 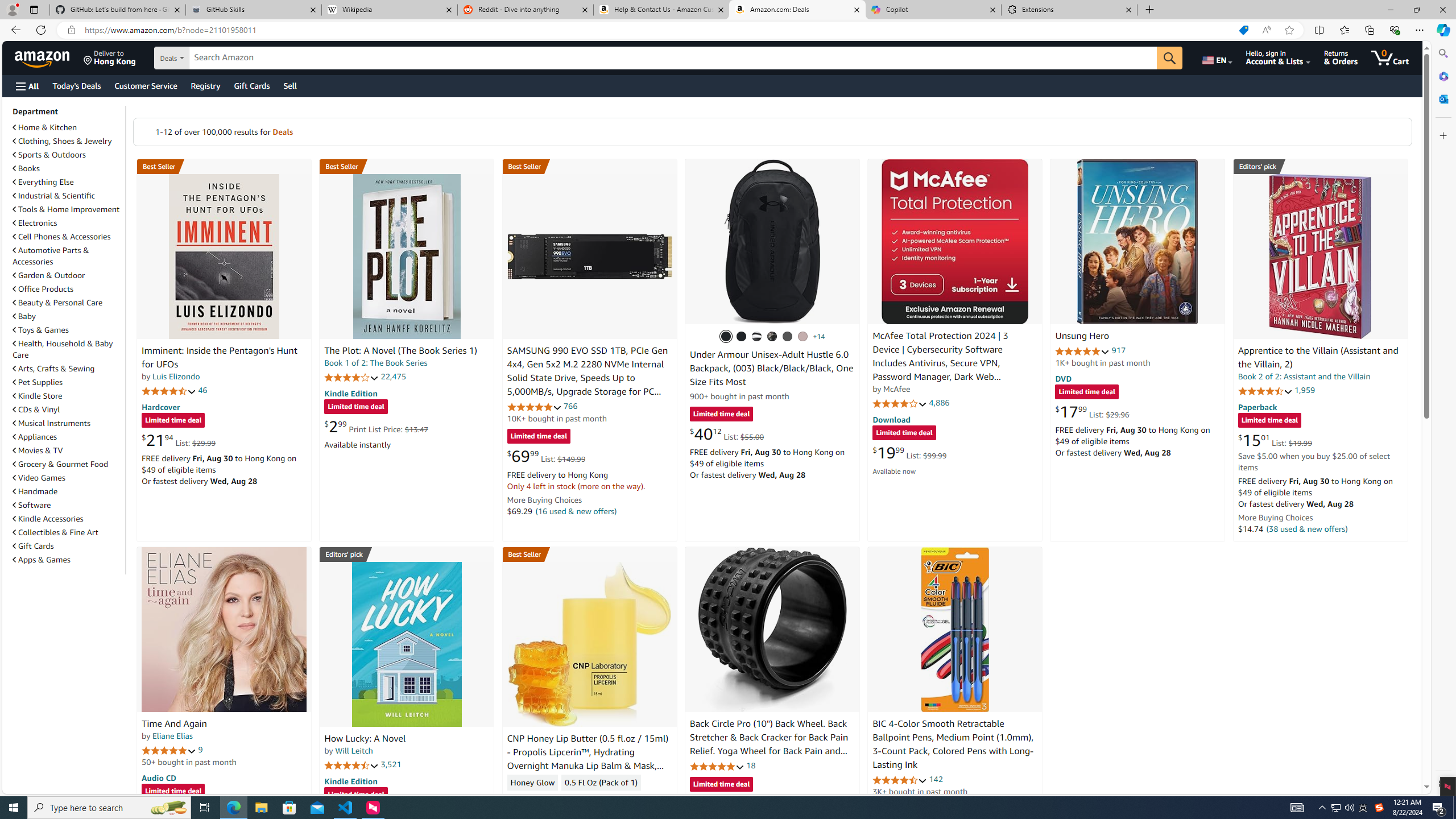 I want to click on 'Industrial & Scientific', so click(x=67, y=196).